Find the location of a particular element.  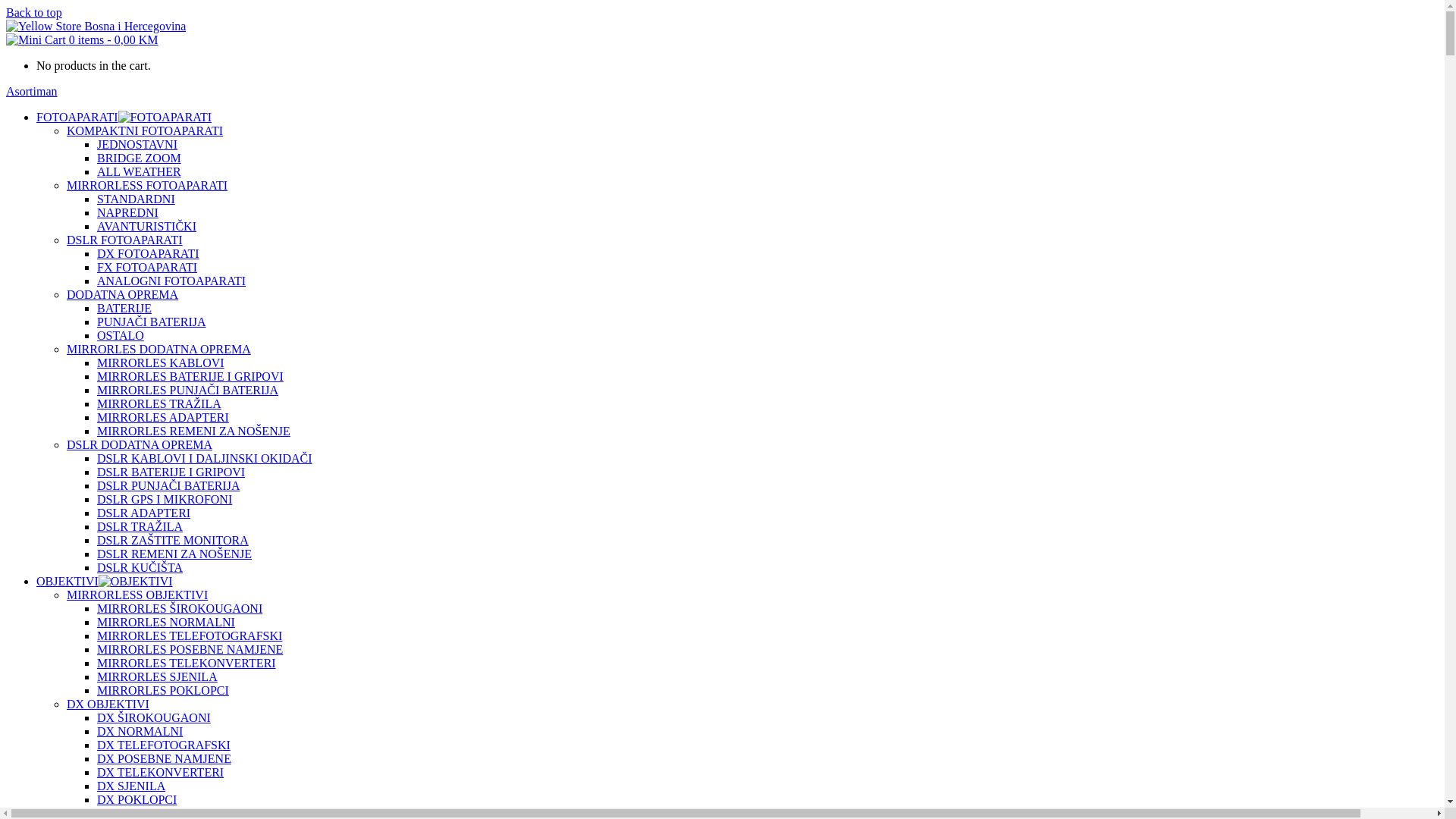

'NAPREDNI' is located at coordinates (127, 212).